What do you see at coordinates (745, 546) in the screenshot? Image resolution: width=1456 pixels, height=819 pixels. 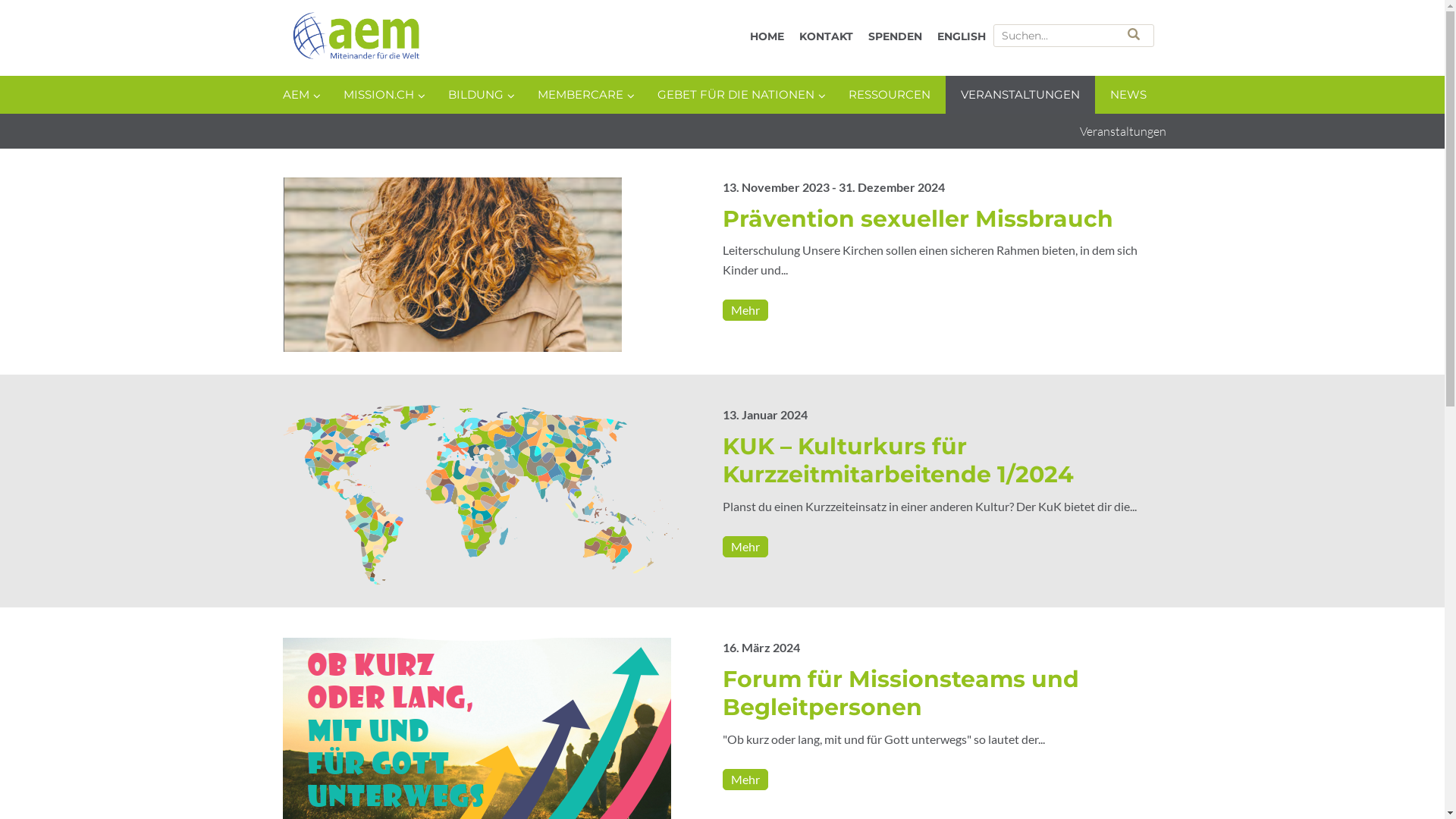 I see `'Mehr'` at bounding box center [745, 546].